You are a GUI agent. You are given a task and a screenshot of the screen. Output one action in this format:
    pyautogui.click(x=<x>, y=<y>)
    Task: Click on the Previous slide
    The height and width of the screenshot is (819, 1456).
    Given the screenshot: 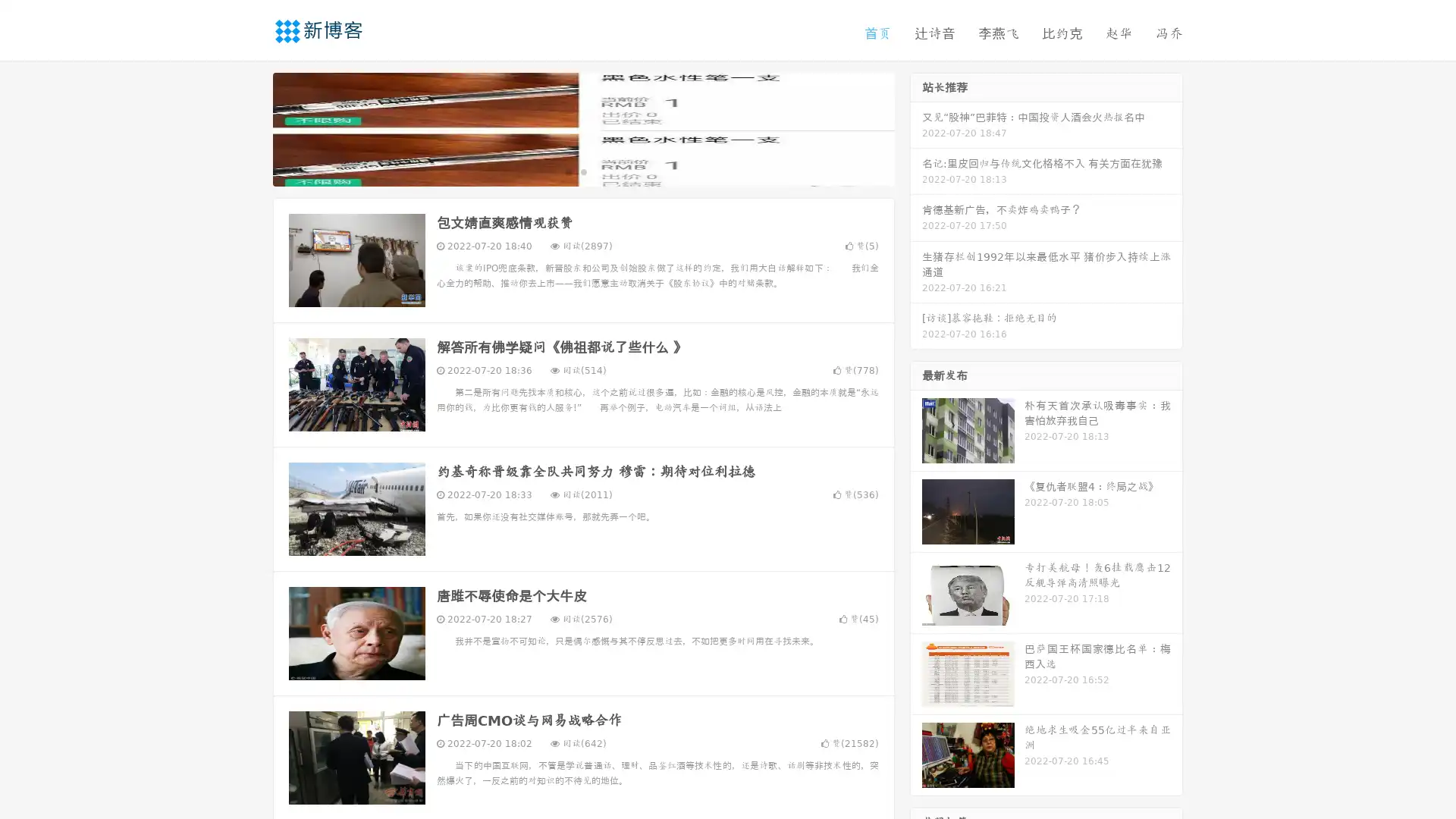 What is the action you would take?
    pyautogui.click(x=250, y=127)
    